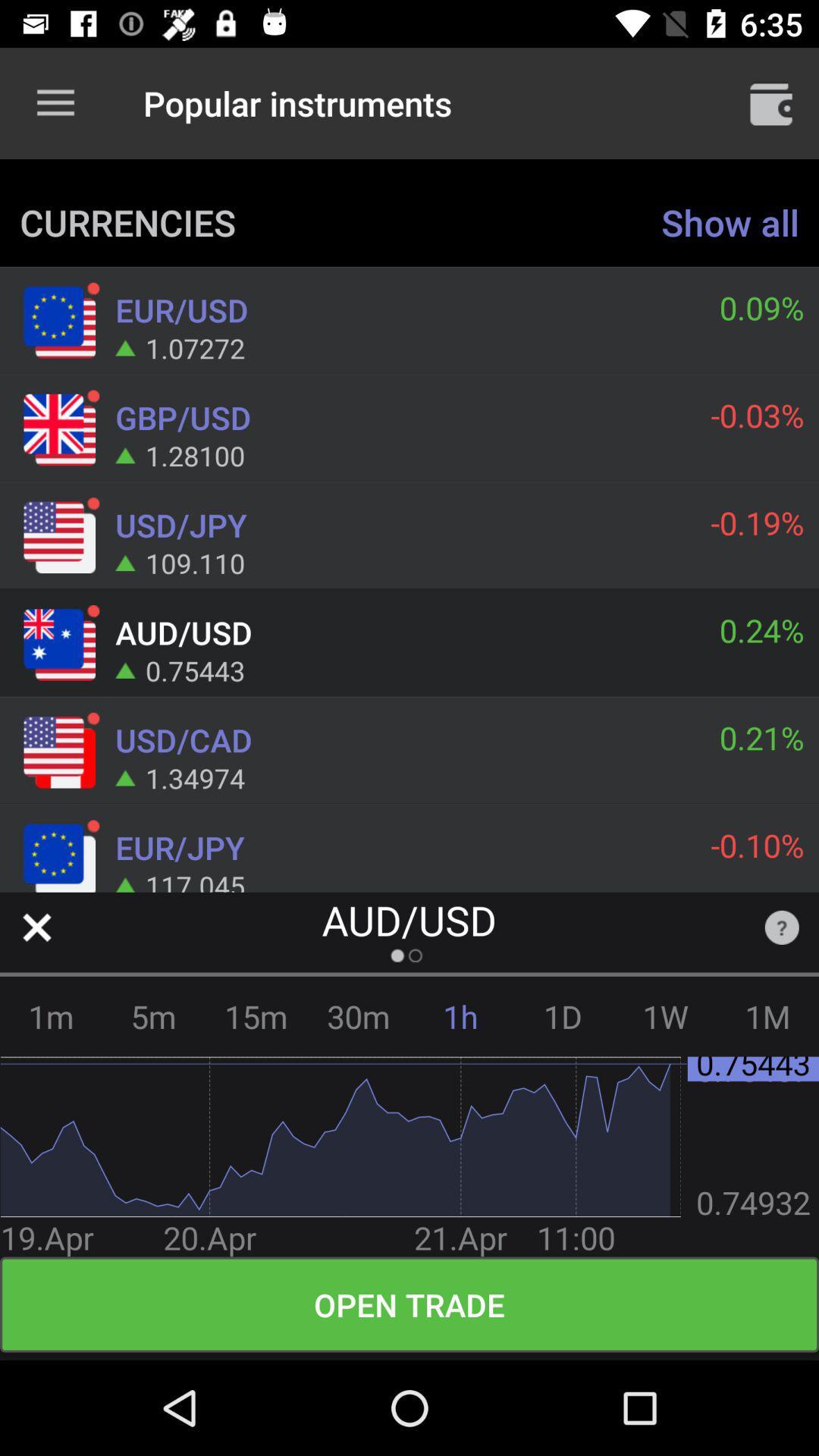 The width and height of the screenshot is (819, 1456). What do you see at coordinates (771, 102) in the screenshot?
I see `the item to the right of the popular instruments icon` at bounding box center [771, 102].